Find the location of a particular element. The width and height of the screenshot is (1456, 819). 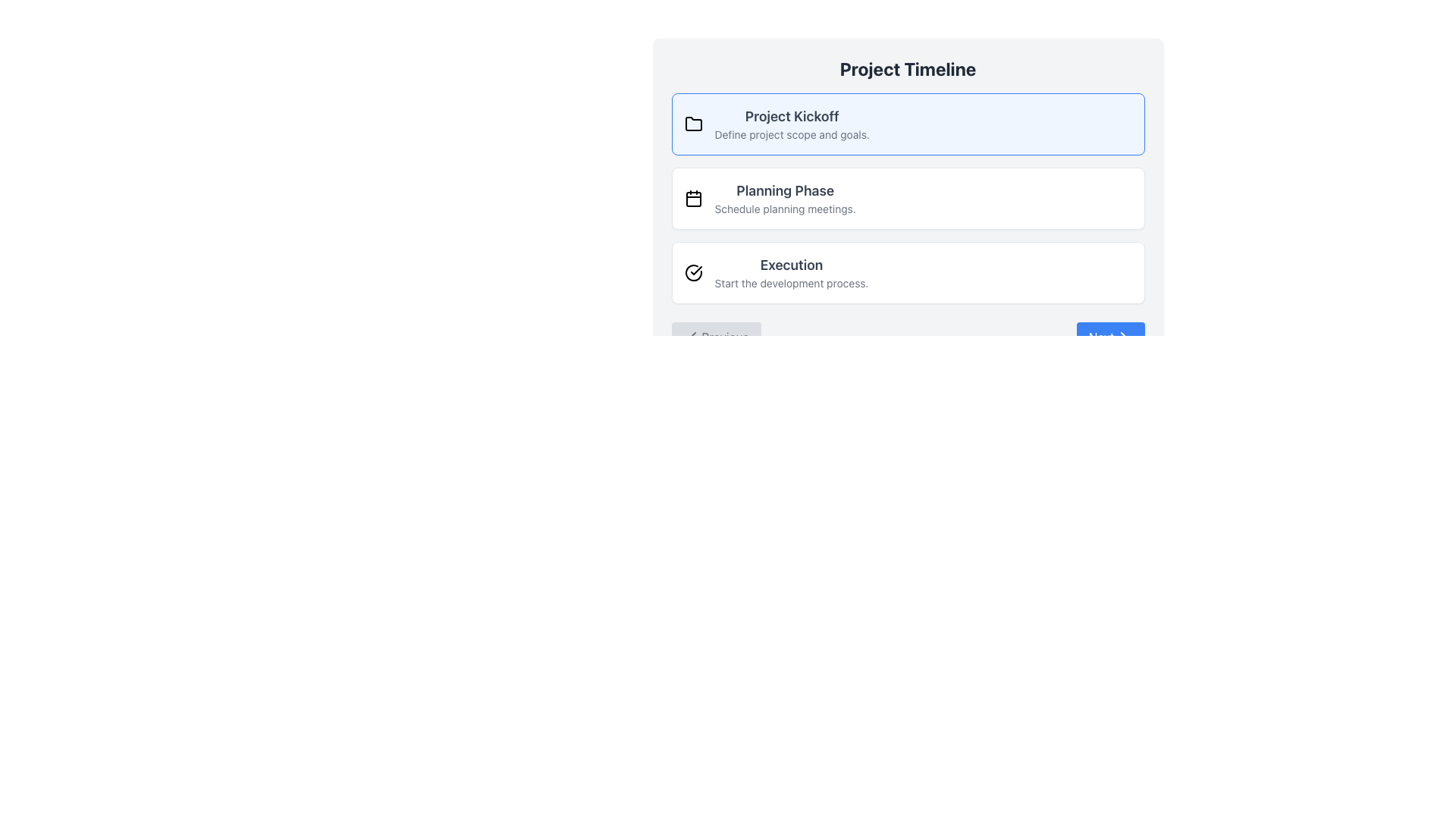

the 'Next' button which encompasses the right-pointing chevron icon to move forward is located at coordinates (1123, 336).